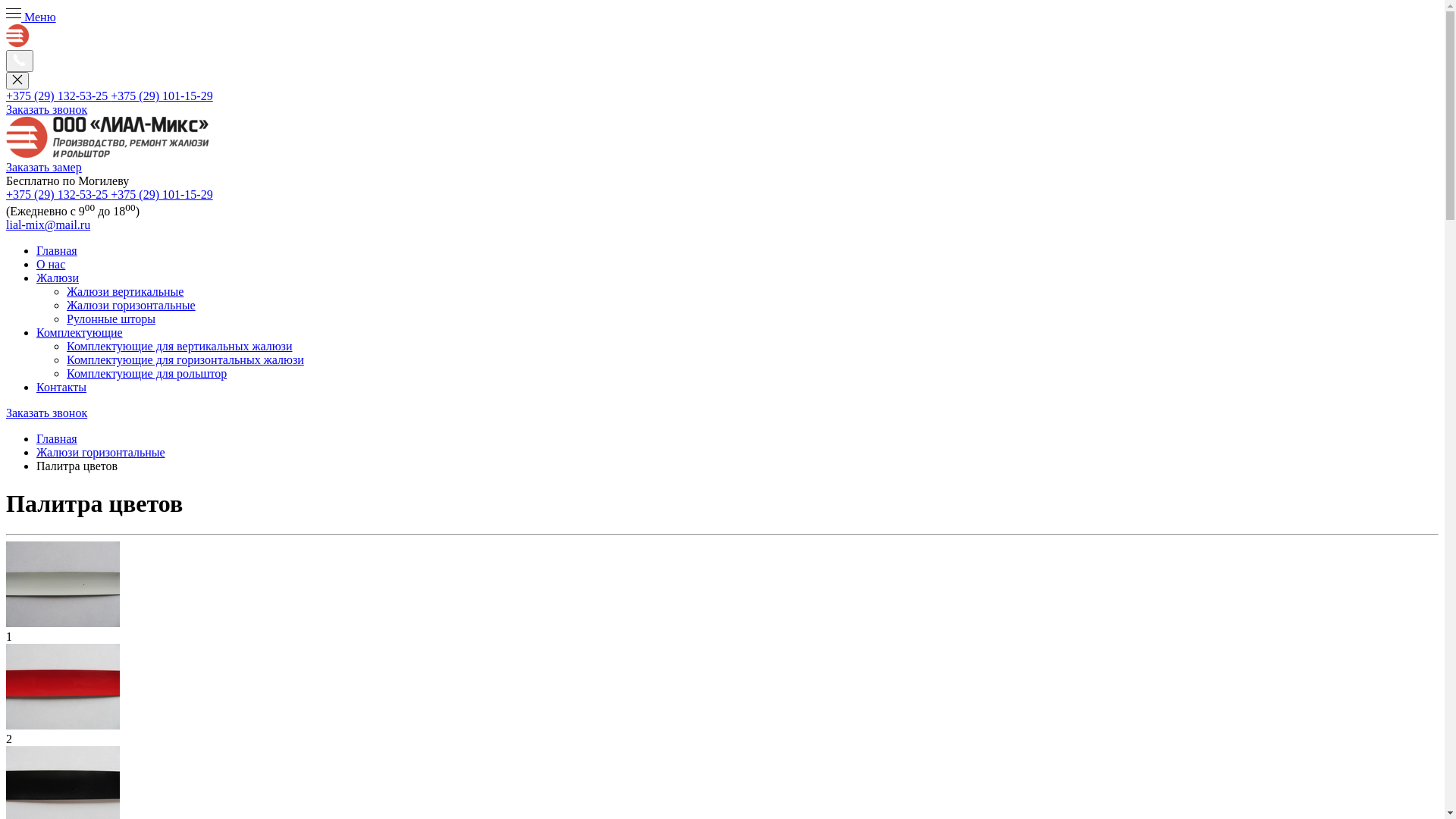 The image size is (1456, 819). I want to click on '+375 (29) 101-15-29', so click(161, 193).